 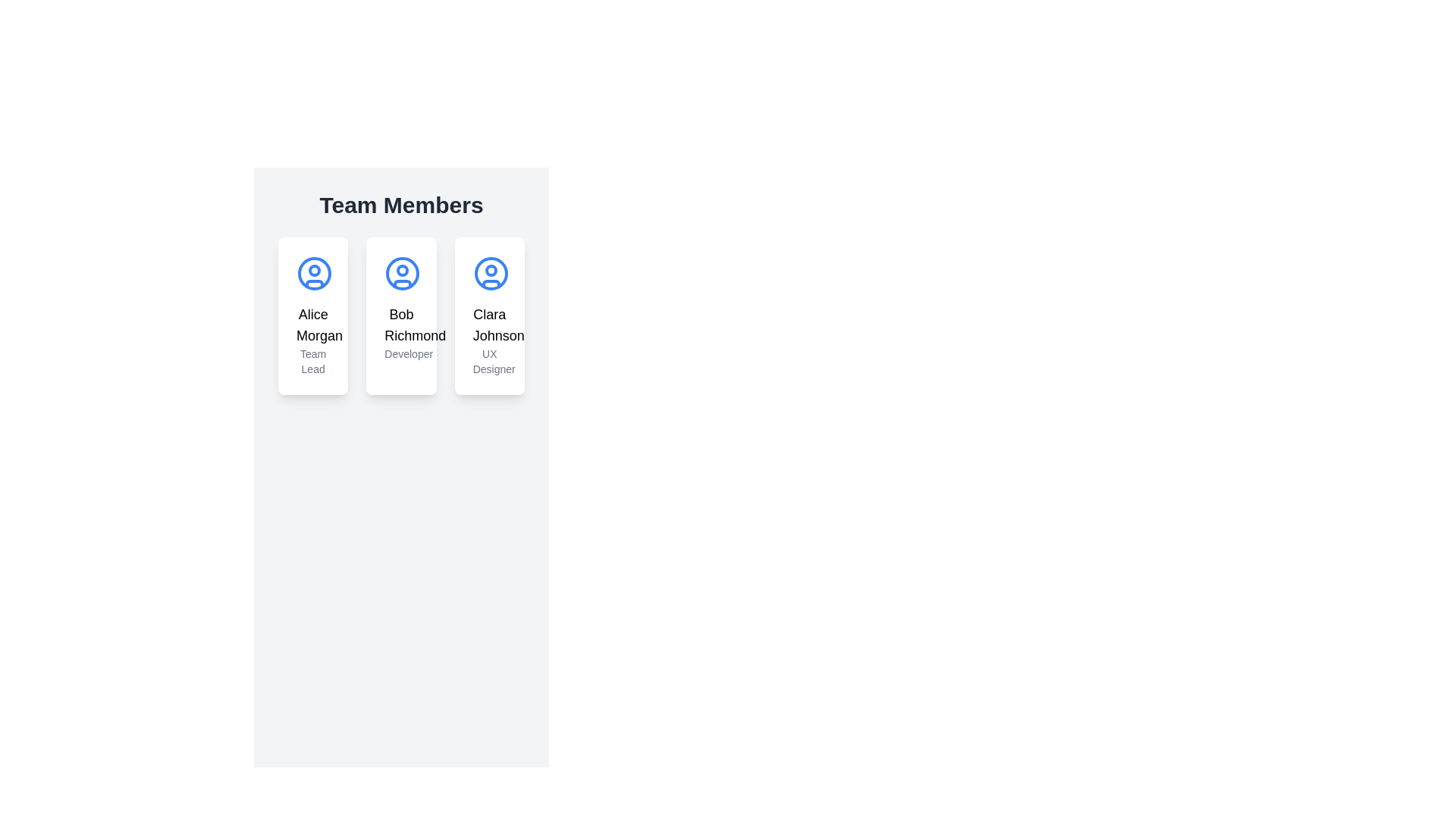 What do you see at coordinates (313, 274) in the screenshot?
I see `the Decorative Circle, which is the outermost circular component of the user icon representing 'Alice Morgan, Team Lead'` at bounding box center [313, 274].